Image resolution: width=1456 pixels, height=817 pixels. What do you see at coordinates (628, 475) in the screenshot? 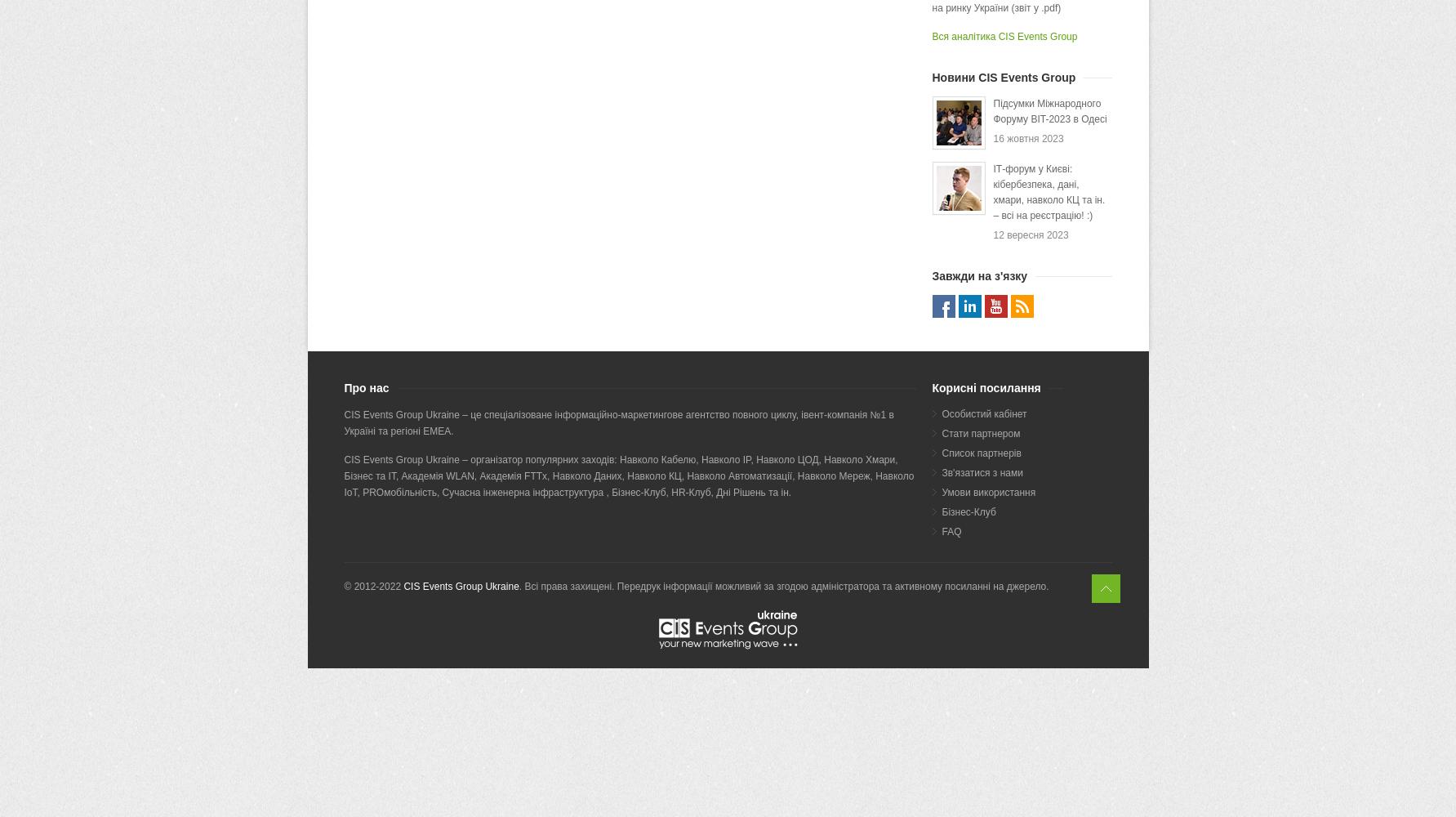
I see `'CIS Events Group Ukraine – організатор популярних заходів: Навколо Кабелю, Навколо IP, Навколо ЦОД, Навколо Хмари, Бізнес та ІТ, Академія WLAN, Академія FTTx, Навколо Даних, Навколо КЦ, Навколо Автоматизації, Навколо Мереж, Навколо IoT, PROмобільність, Сучасна інженерна інфраструктура , Бізнес-Клуб, HR-Клуб, Дні Рішень та ін.'` at bounding box center [628, 475].